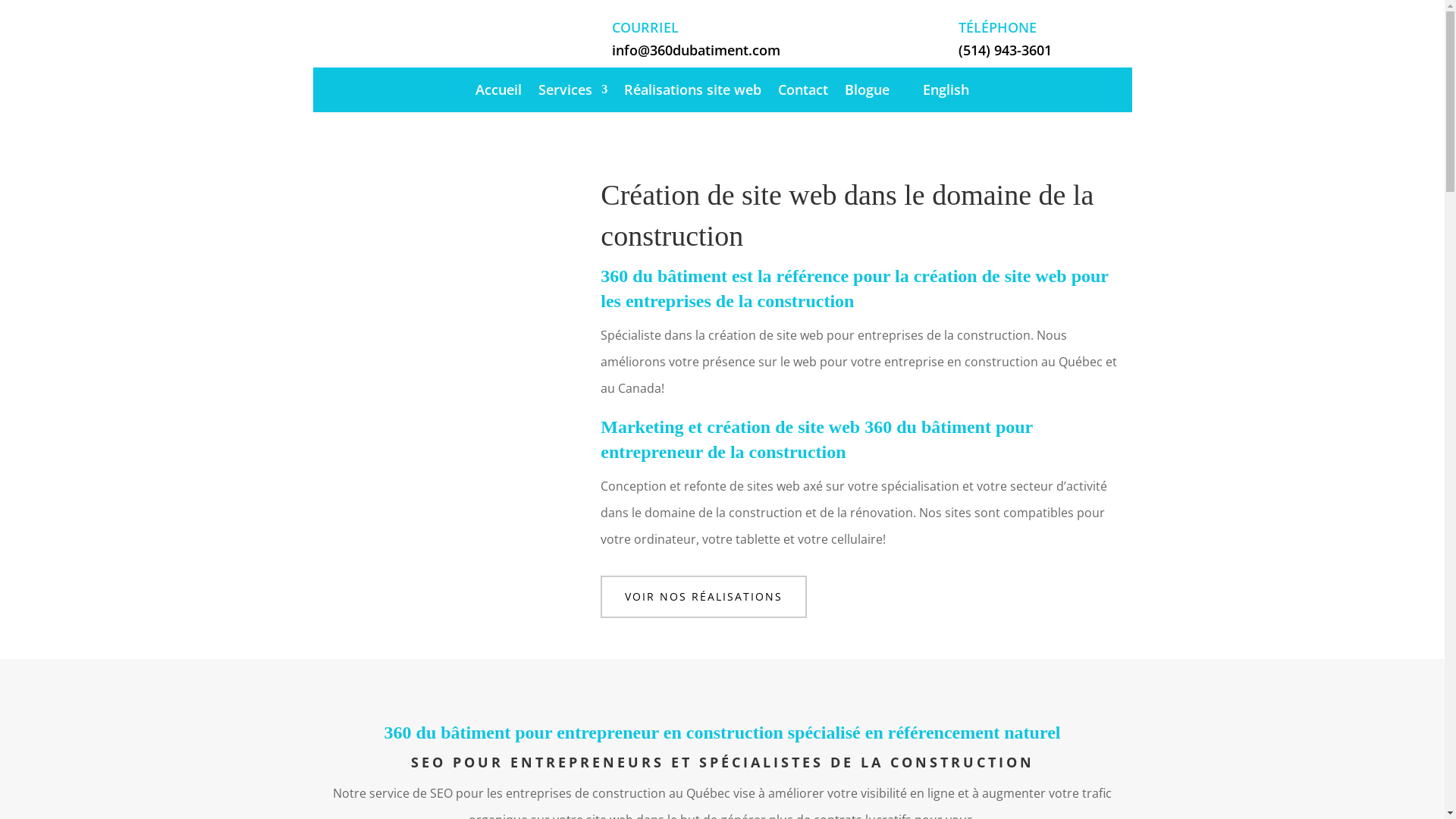 Image resolution: width=1456 pixels, height=819 pixels. What do you see at coordinates (572, 93) in the screenshot?
I see `'Services'` at bounding box center [572, 93].